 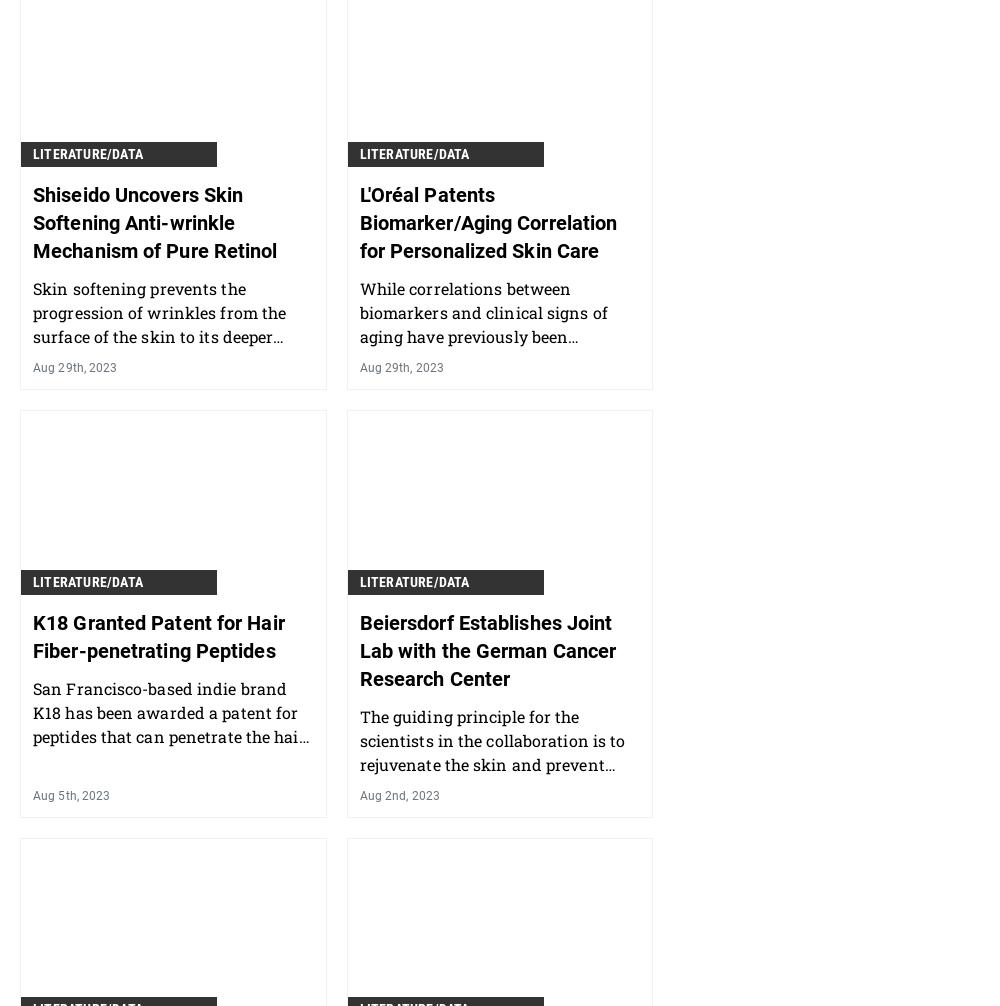 What do you see at coordinates (399, 794) in the screenshot?
I see `'Aug 2nd, 2023'` at bounding box center [399, 794].